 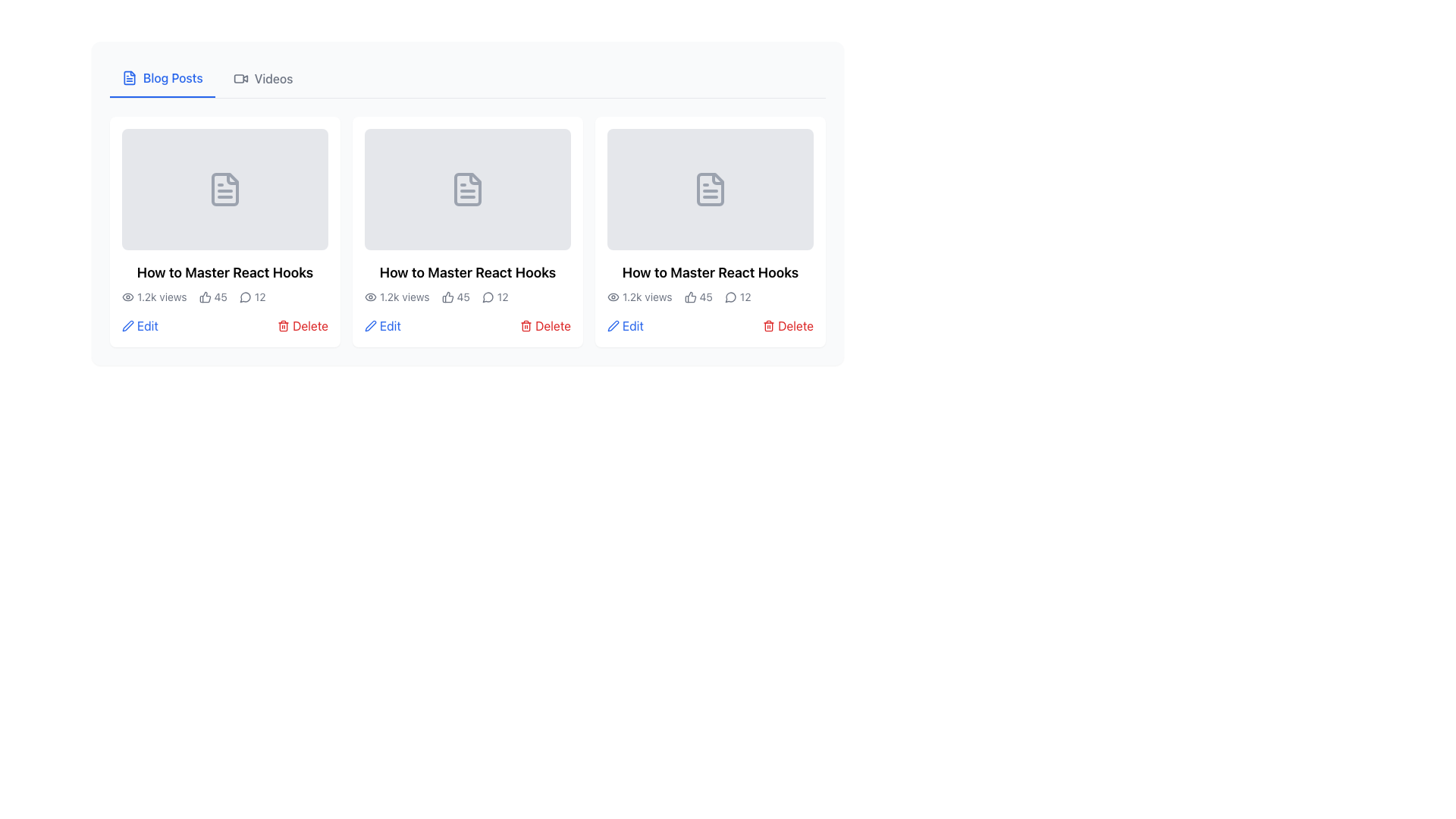 What do you see at coordinates (613, 297) in the screenshot?
I see `the decorative view count icon located on the left side of the row preceding the '1.2k views' text label` at bounding box center [613, 297].